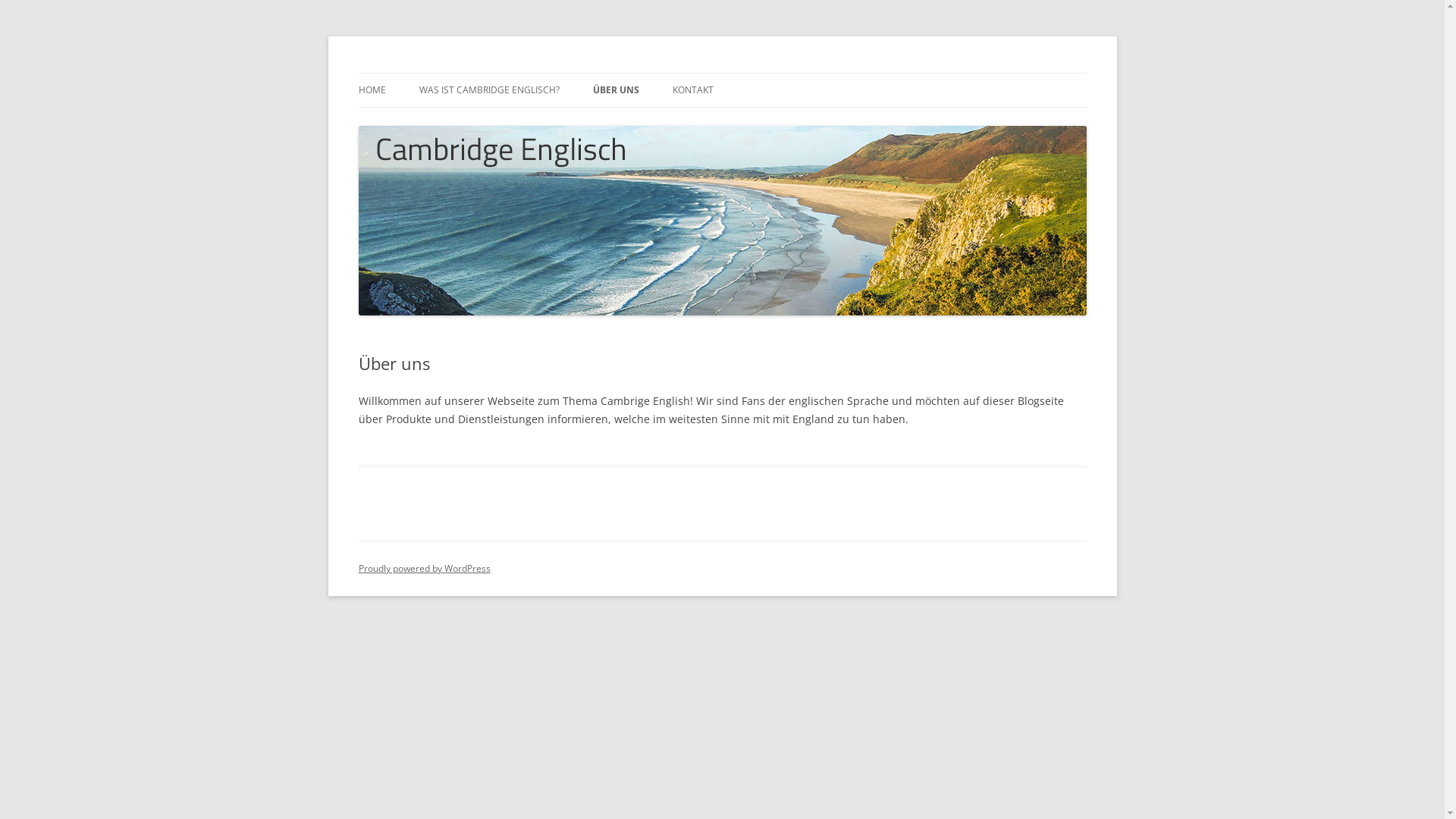 The height and width of the screenshot is (819, 1456). I want to click on 'WAS IST CAMBRIDGE ENGLISCH?', so click(488, 90).